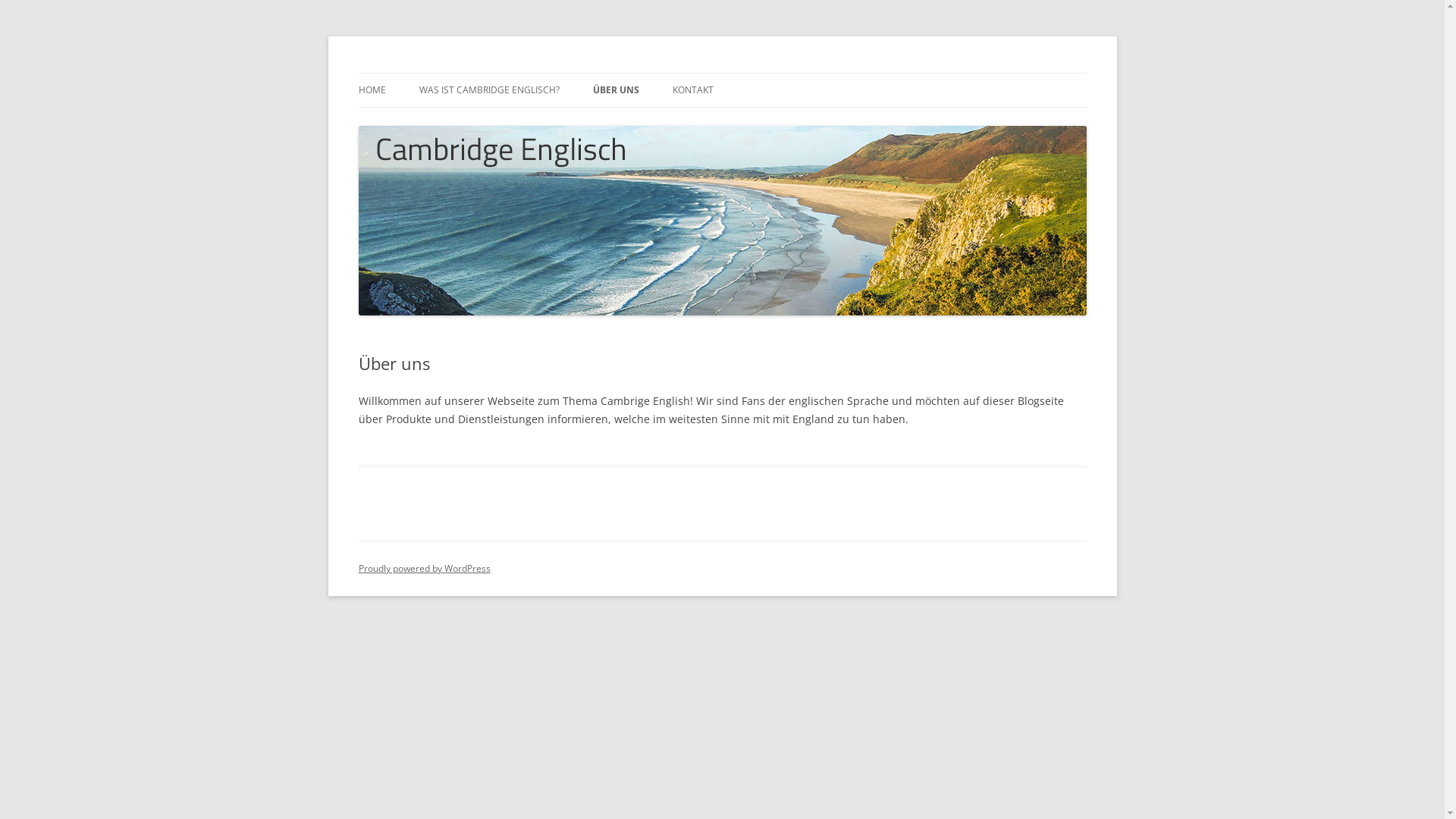 The height and width of the screenshot is (819, 1456). I want to click on 'WAS IST CAMBRIDGE ENGLISCH?', so click(488, 90).